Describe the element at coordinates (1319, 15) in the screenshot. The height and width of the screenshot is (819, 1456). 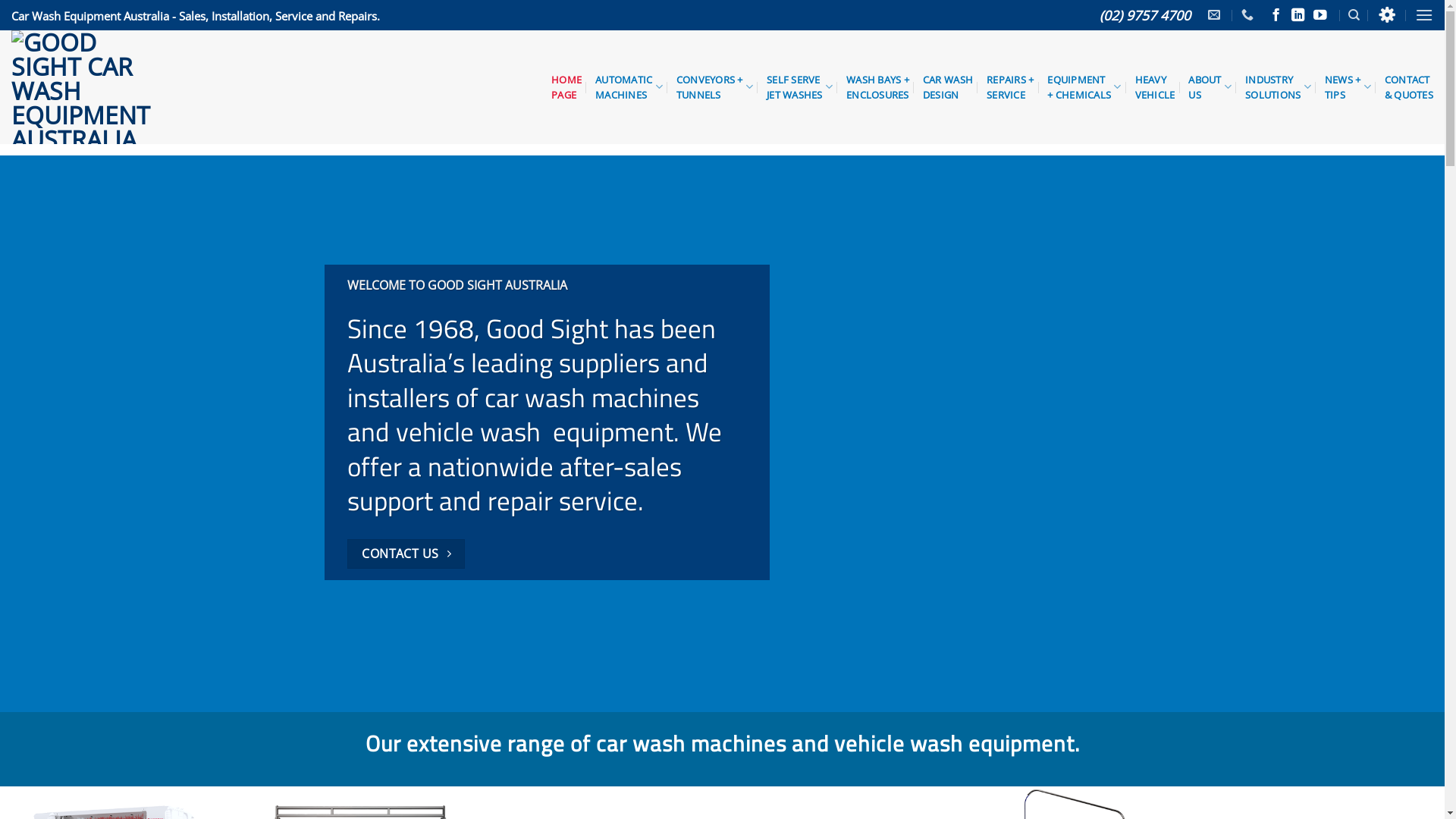
I see `'Follow on YouTube'` at that location.